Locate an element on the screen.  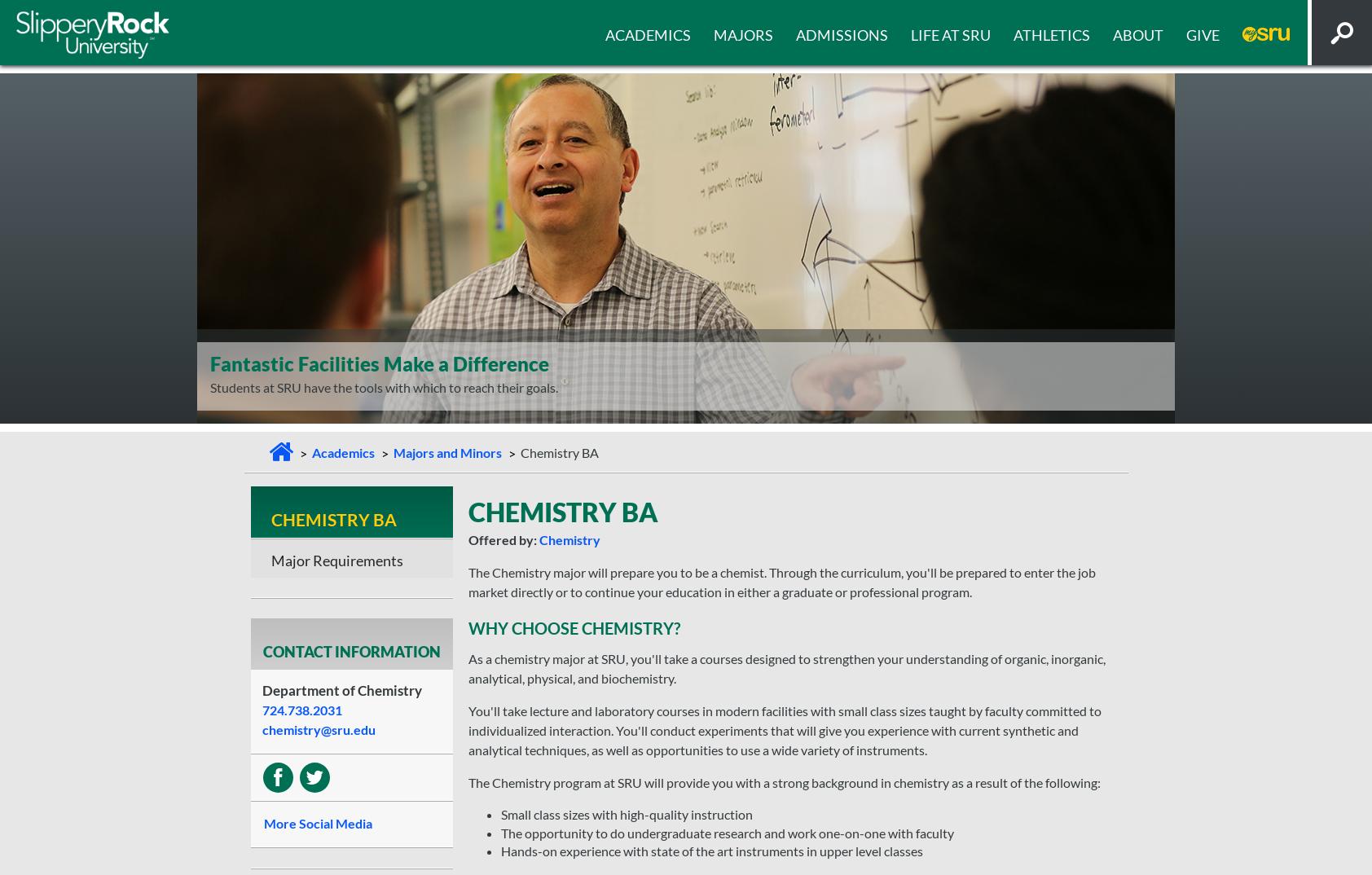
'The opportunity to do undergraduate research and work one-on-one with faculty' is located at coordinates (727, 832).